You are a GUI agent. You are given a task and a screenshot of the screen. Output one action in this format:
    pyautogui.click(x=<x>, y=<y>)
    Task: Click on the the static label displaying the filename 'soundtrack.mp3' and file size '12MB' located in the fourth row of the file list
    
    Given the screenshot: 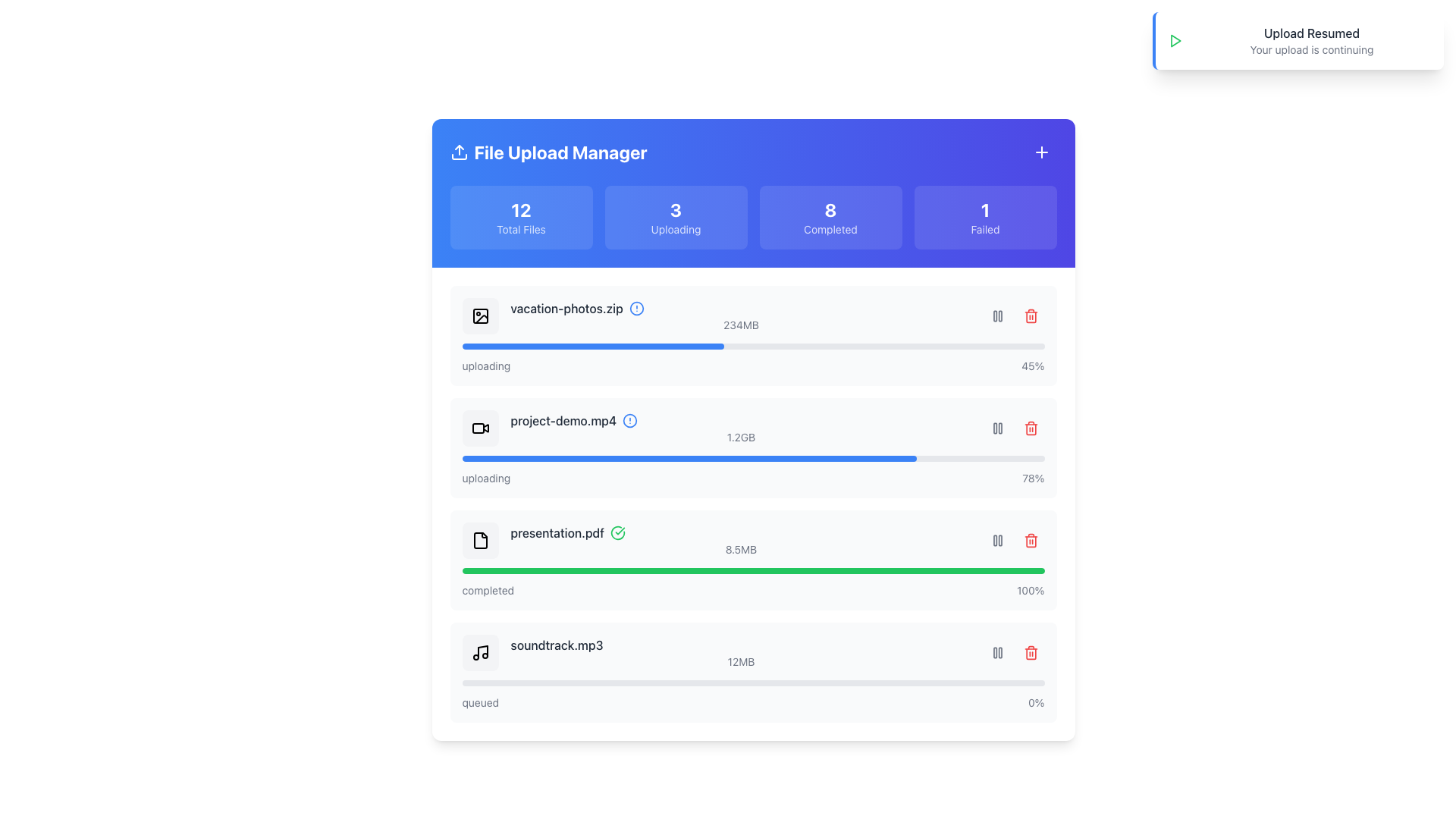 What is the action you would take?
    pyautogui.click(x=741, y=651)
    